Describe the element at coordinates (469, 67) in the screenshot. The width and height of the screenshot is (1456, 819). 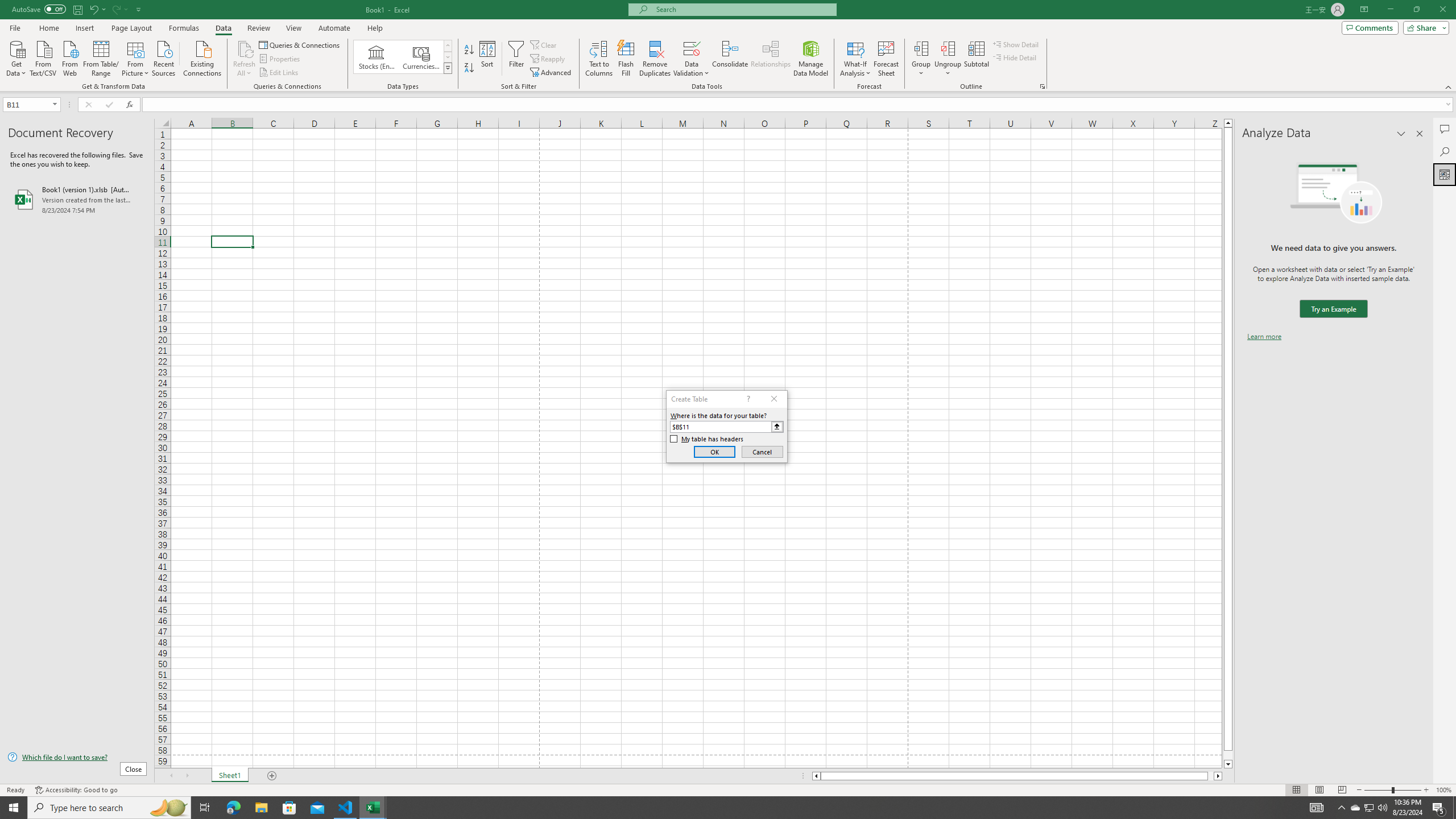
I see `'Sort Z to A'` at that location.